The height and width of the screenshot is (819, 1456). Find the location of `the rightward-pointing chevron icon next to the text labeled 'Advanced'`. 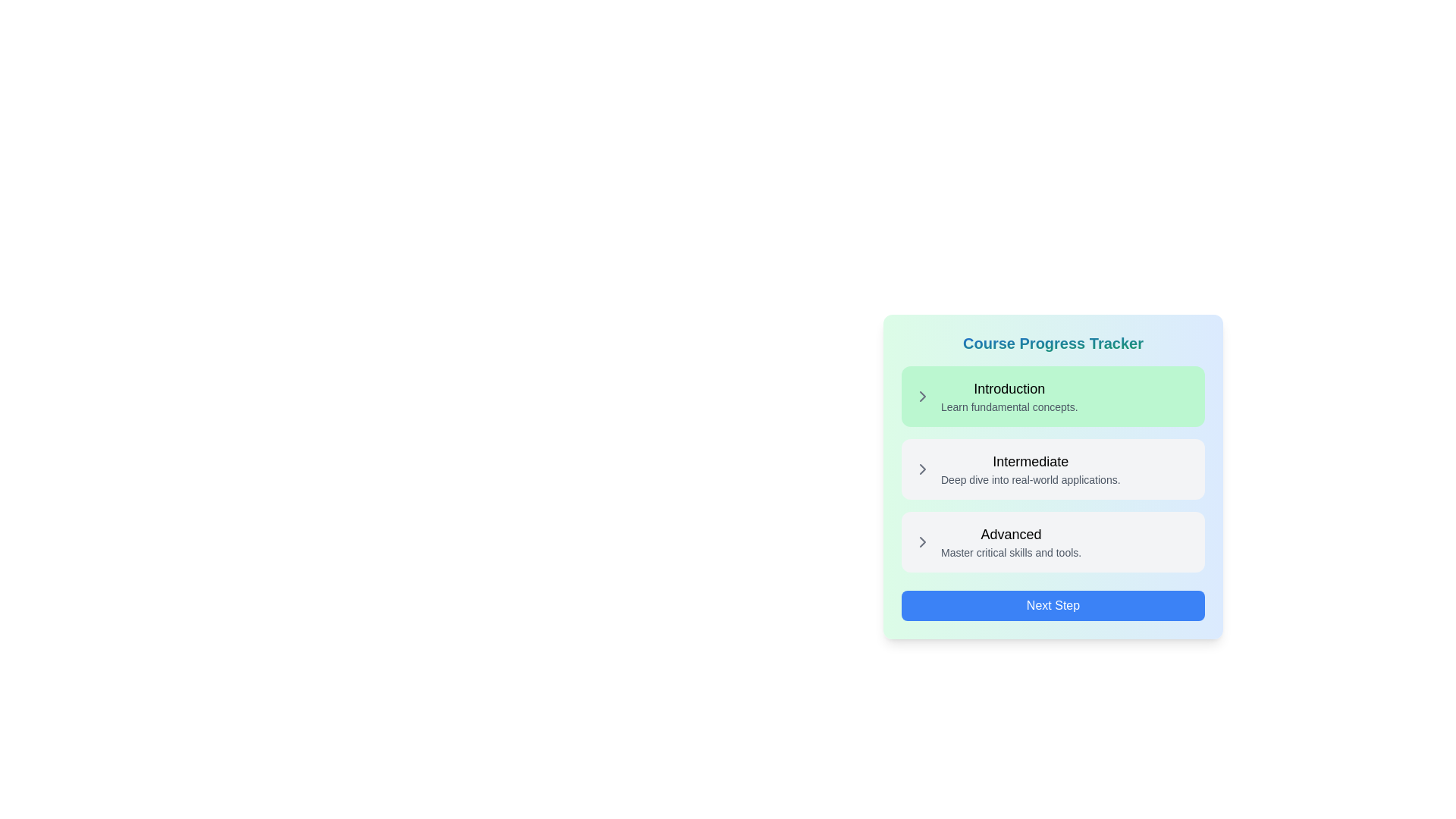

the rightward-pointing chevron icon next to the text labeled 'Advanced' is located at coordinates (922, 541).